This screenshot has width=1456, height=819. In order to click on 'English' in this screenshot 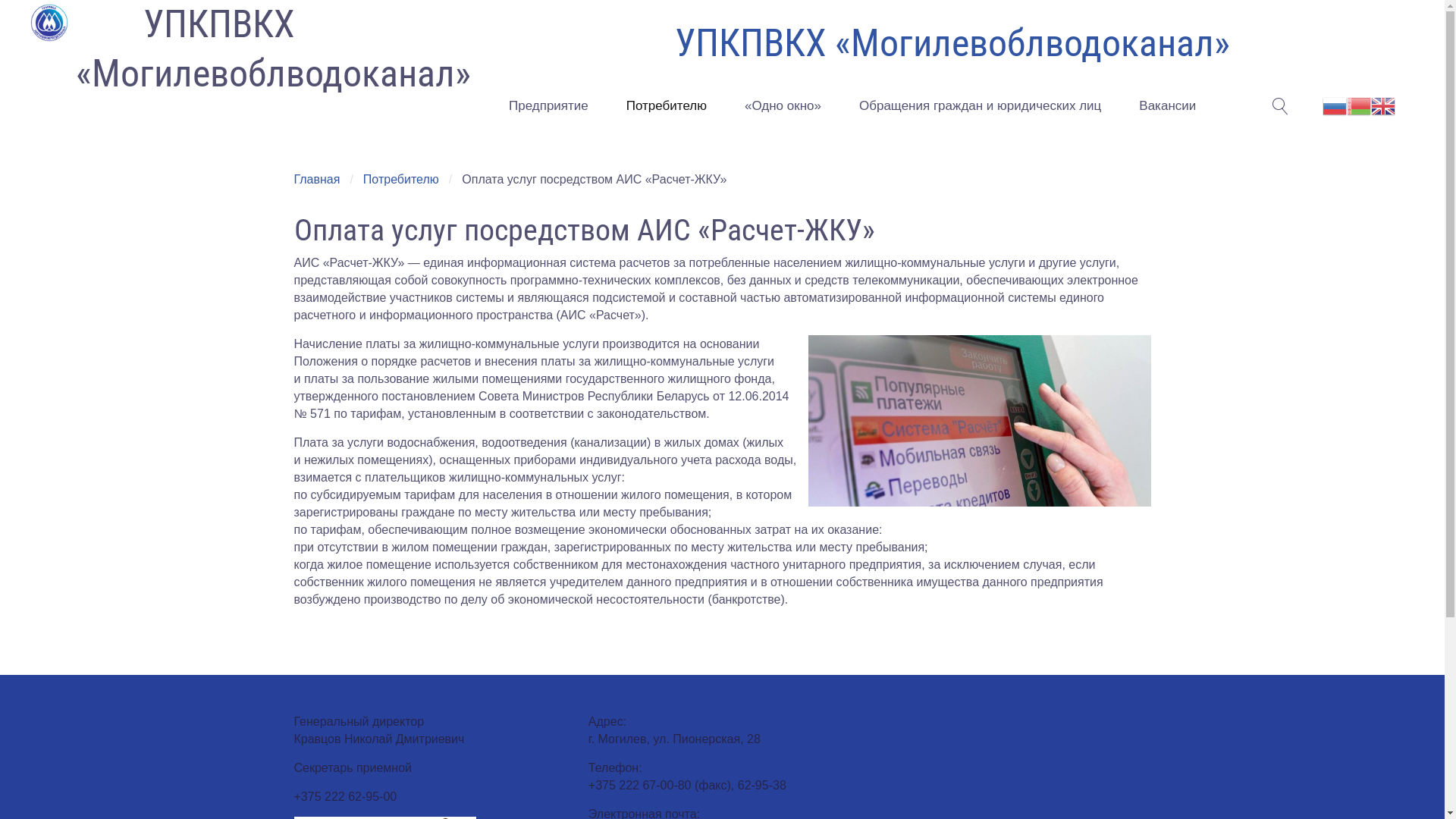, I will do `click(1383, 104)`.